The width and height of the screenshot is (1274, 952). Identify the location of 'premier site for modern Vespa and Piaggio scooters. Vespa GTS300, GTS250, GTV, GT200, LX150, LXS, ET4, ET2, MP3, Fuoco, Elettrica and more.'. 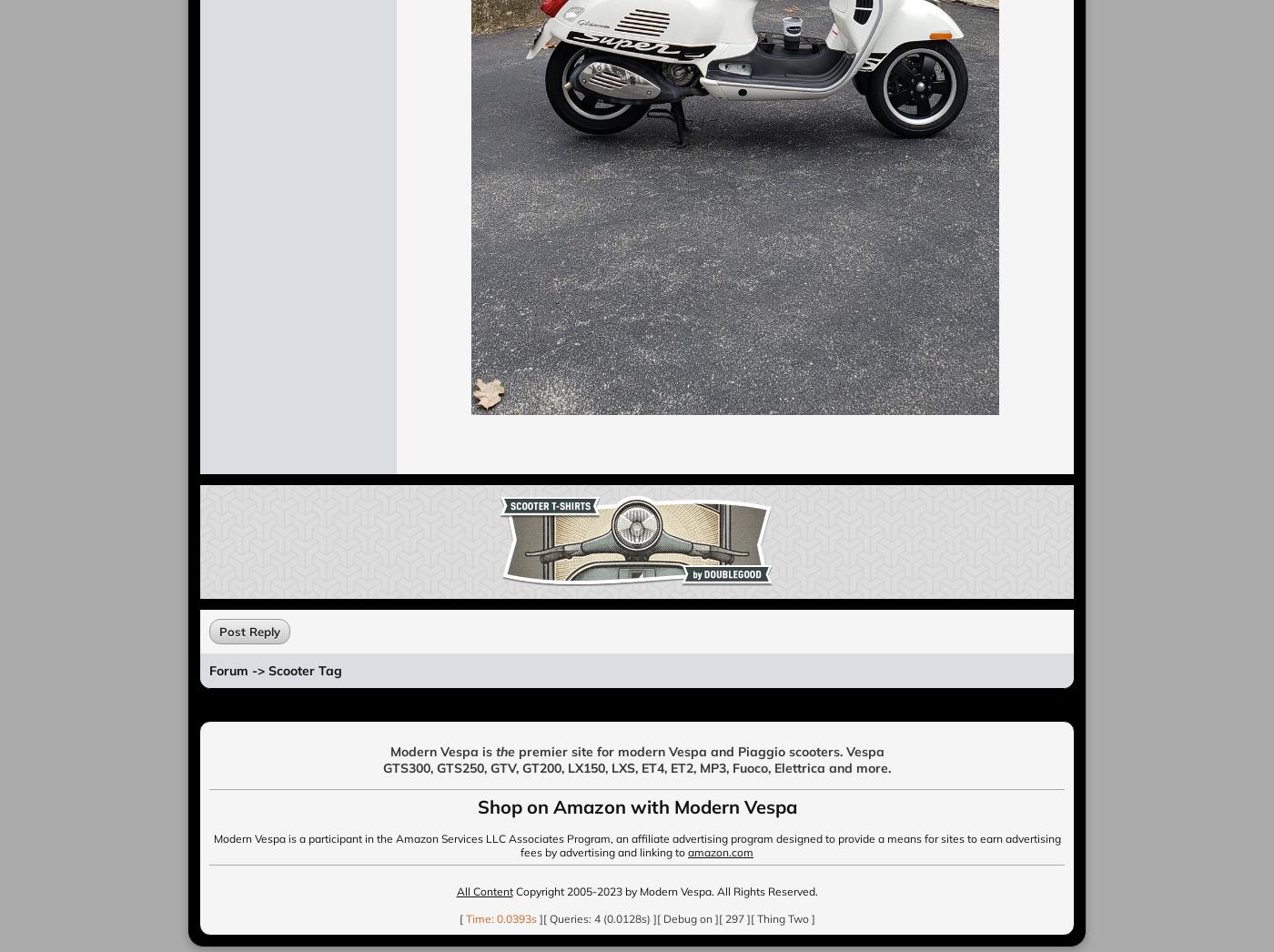
(382, 760).